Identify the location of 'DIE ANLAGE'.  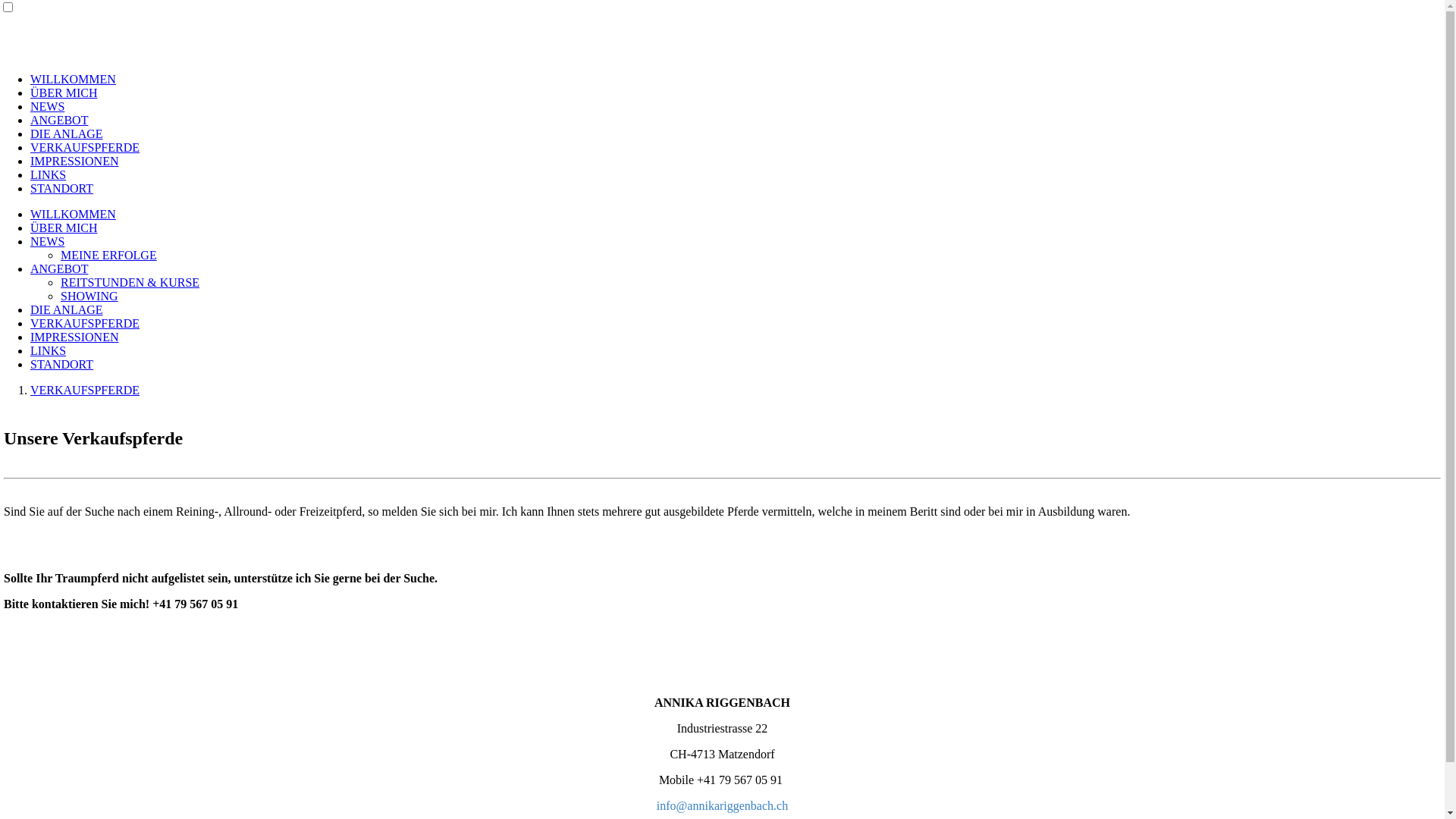
(30, 133).